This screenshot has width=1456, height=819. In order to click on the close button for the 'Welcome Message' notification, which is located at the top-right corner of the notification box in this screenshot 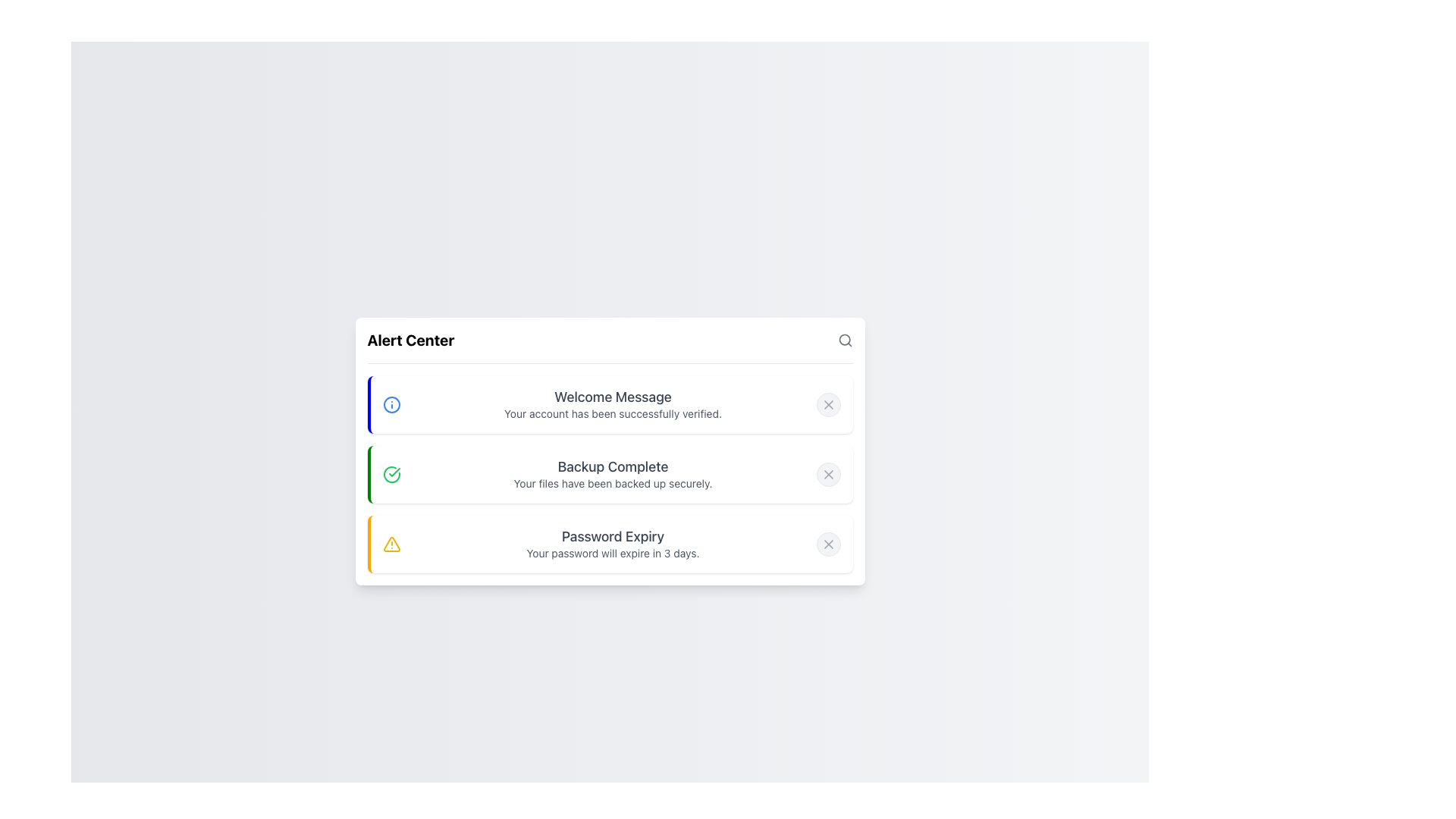, I will do `click(827, 403)`.